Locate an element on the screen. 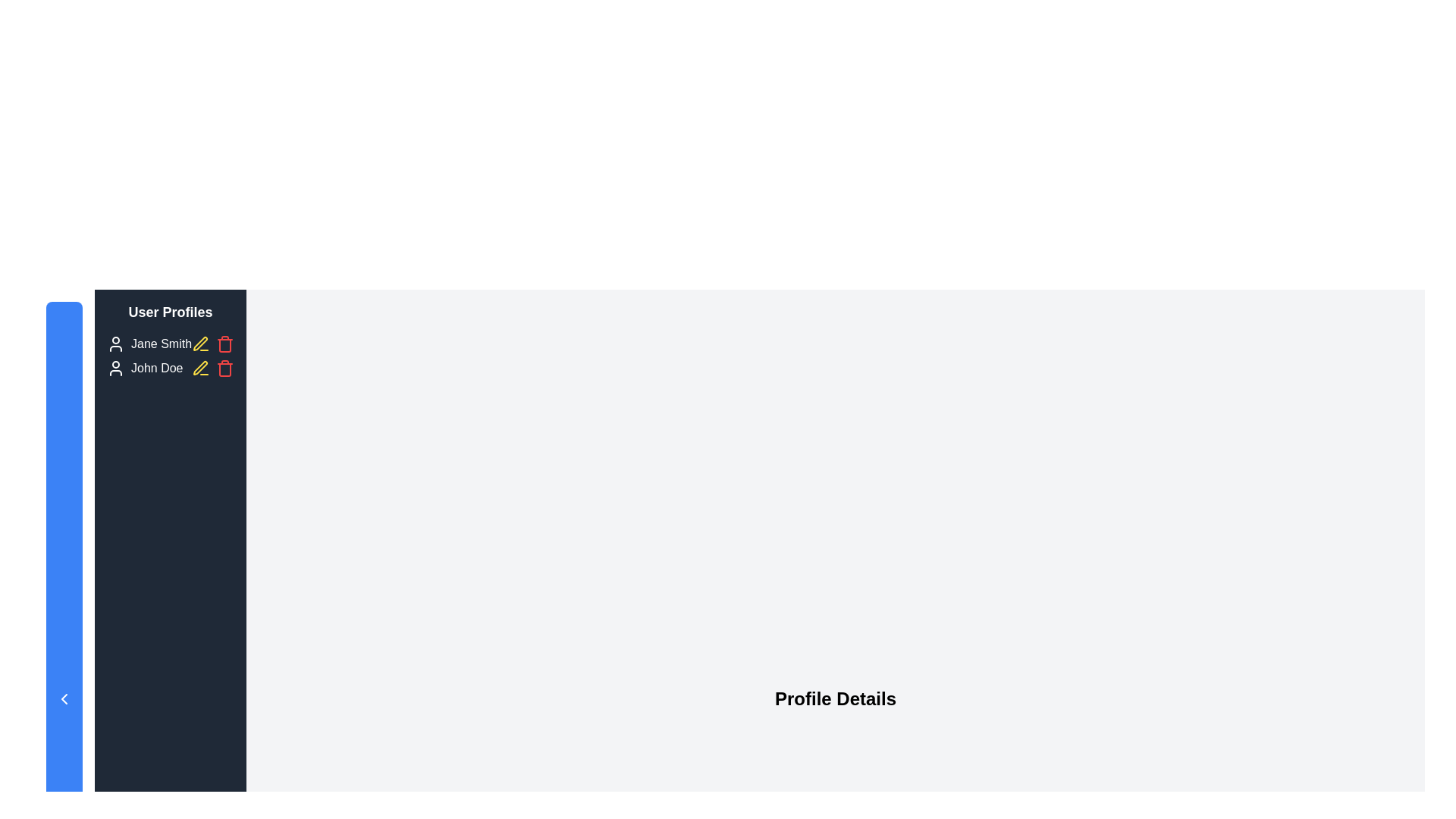  the delete icon located to the right of 'John Doe' in the user profile list to initiate a delete action is located at coordinates (212, 369).